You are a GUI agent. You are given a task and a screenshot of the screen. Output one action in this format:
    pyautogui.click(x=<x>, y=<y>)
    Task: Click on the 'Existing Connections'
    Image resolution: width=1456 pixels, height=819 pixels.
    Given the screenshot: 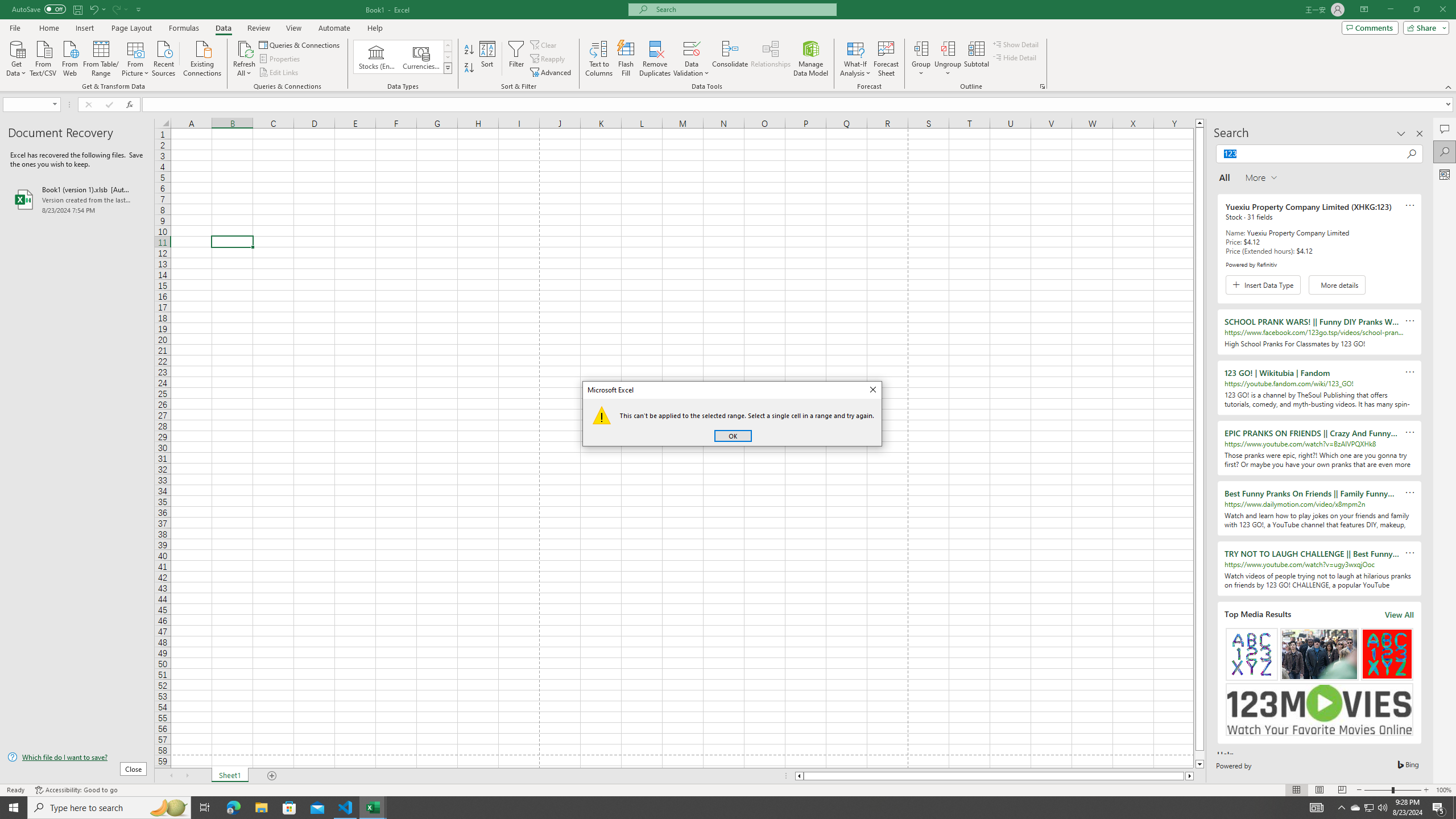 What is the action you would take?
    pyautogui.click(x=201, y=57)
    